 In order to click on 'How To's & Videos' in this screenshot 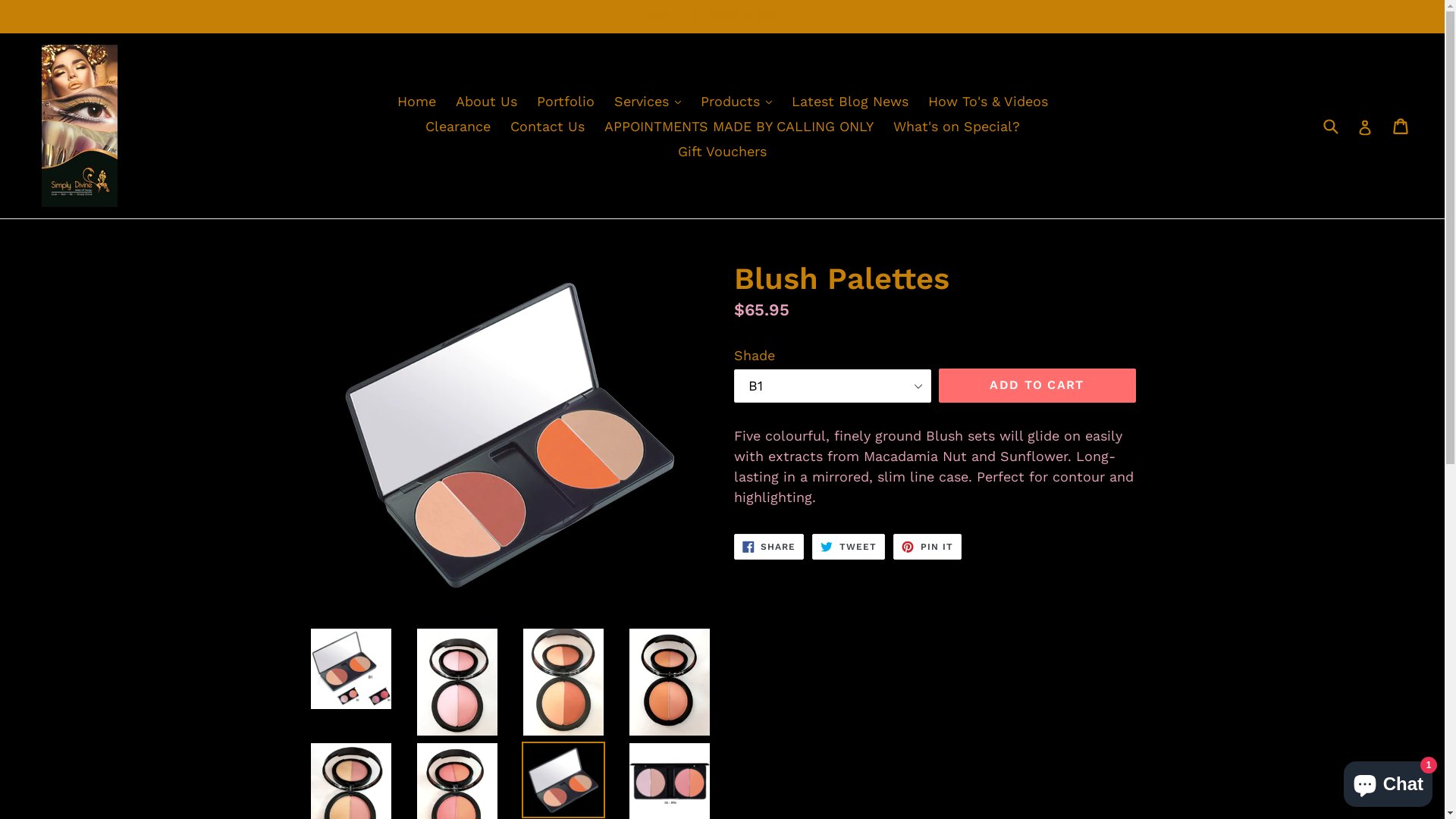, I will do `click(987, 100)`.